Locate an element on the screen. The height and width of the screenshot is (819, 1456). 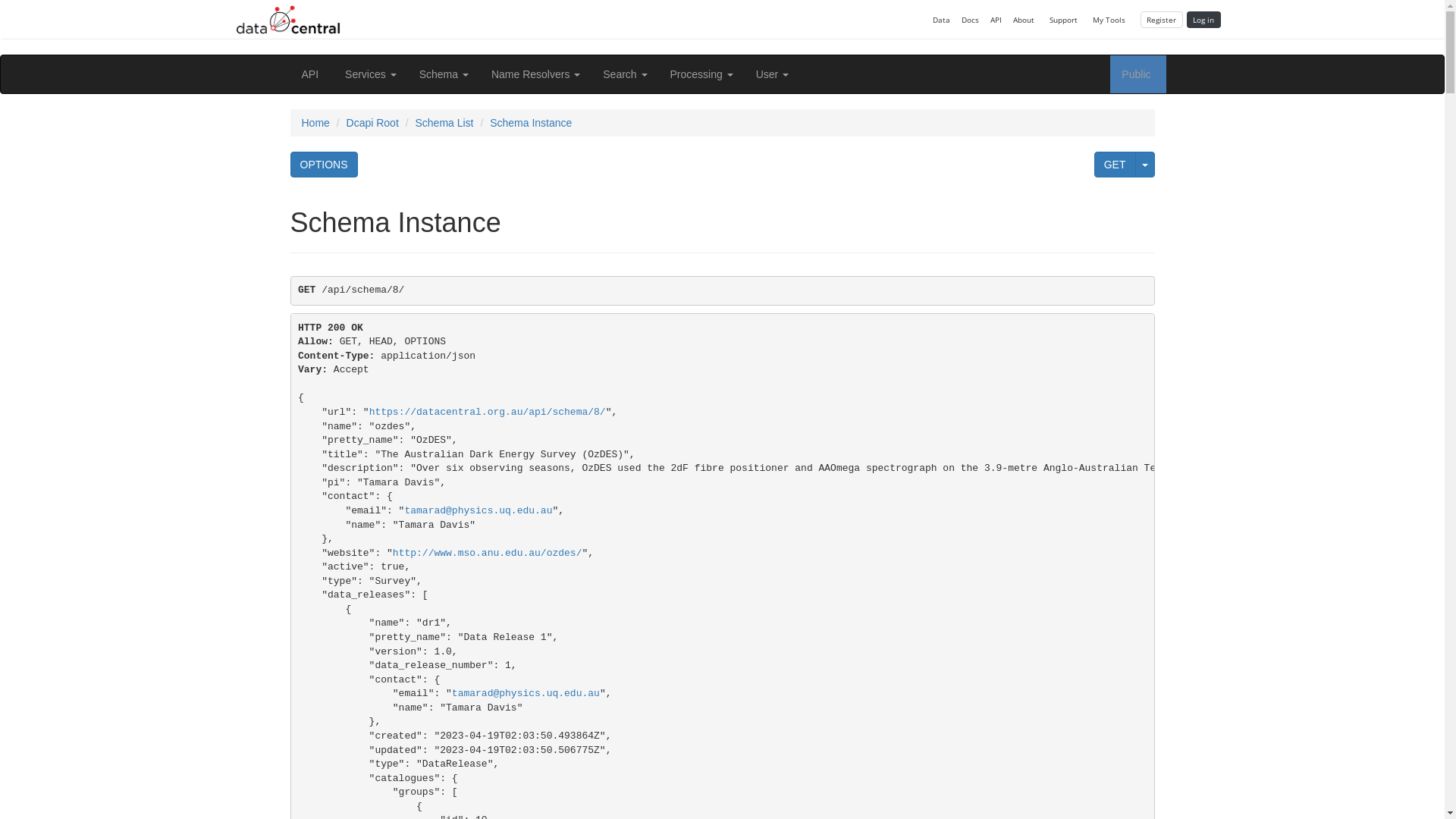
'Processing' is located at coordinates (701, 74).